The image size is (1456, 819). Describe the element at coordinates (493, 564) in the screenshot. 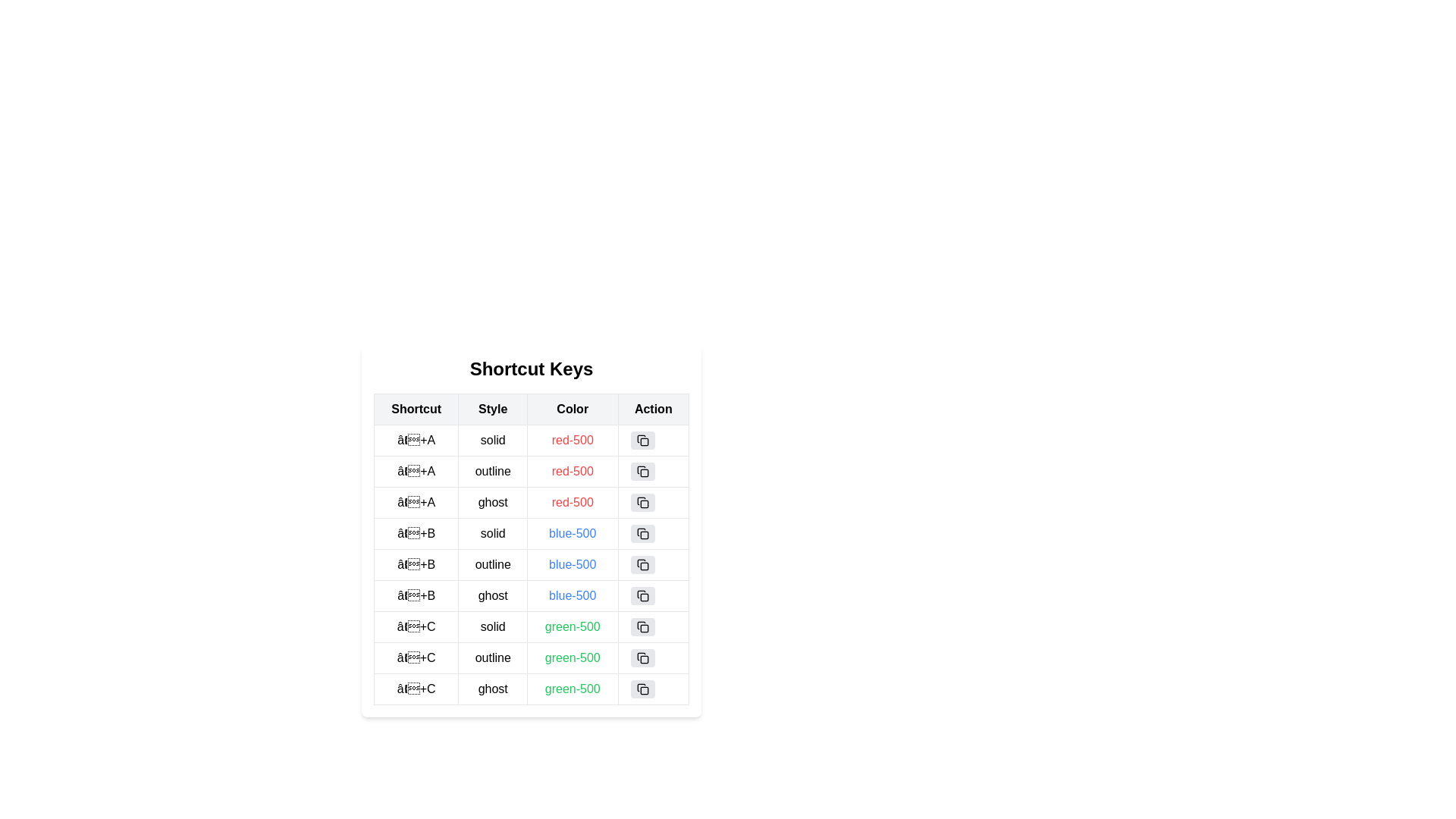

I see `the Text label that describes the 'outline' styling option for the '⌘+B' shortcut and 'blue-500' color style, located in the 'Style' column of the fifth row` at that location.